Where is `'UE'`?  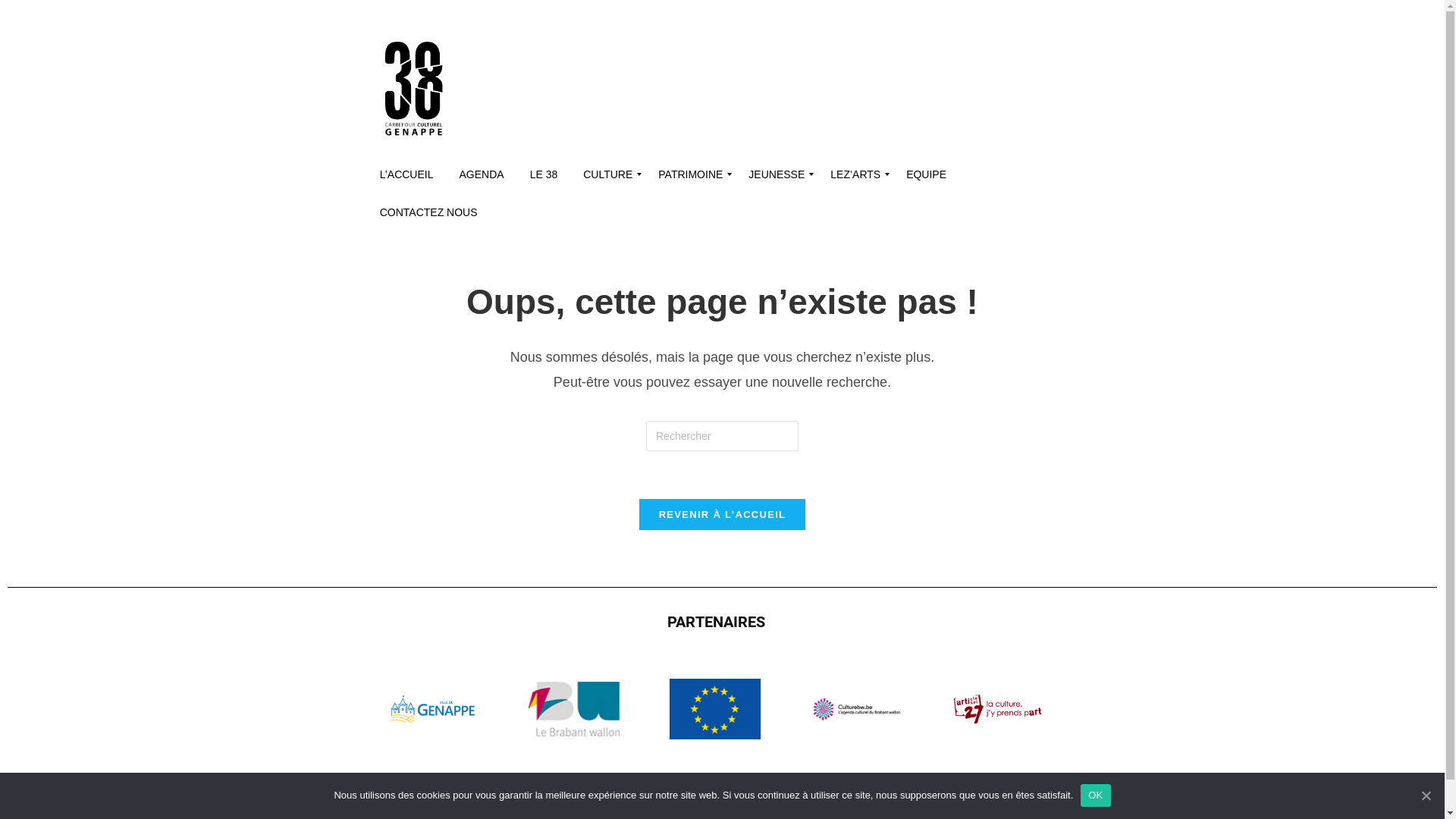
'UE' is located at coordinates (714, 708).